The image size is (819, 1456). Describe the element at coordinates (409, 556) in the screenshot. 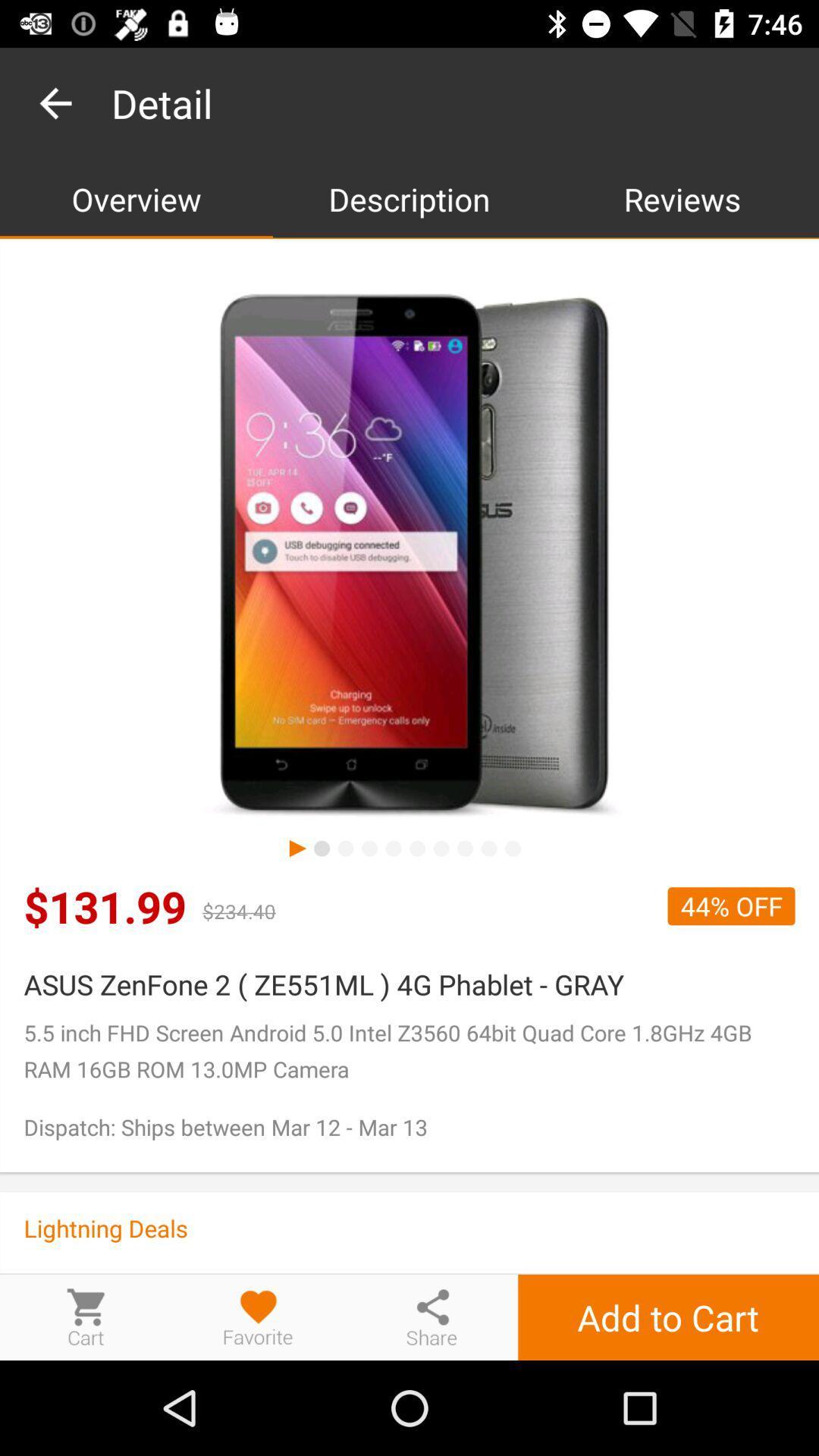

I see `display space of the mobile searched` at that location.